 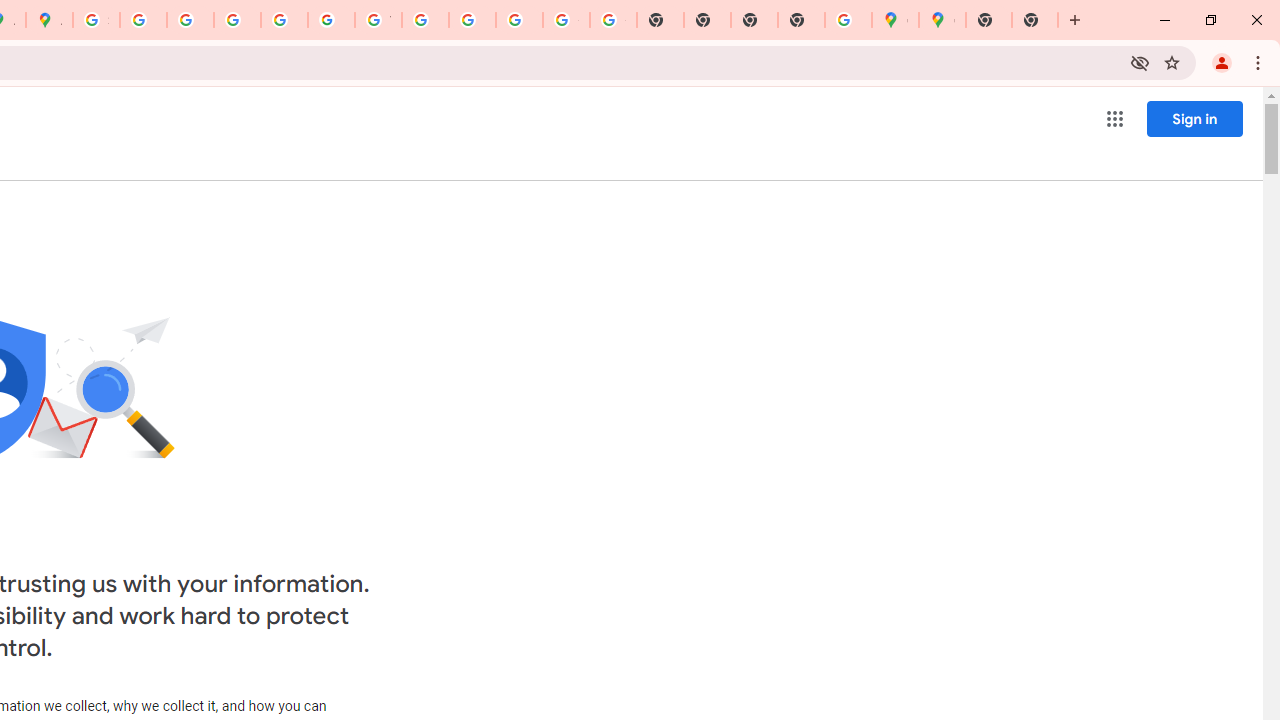 What do you see at coordinates (1074, 20) in the screenshot?
I see `'New Tab'` at bounding box center [1074, 20].